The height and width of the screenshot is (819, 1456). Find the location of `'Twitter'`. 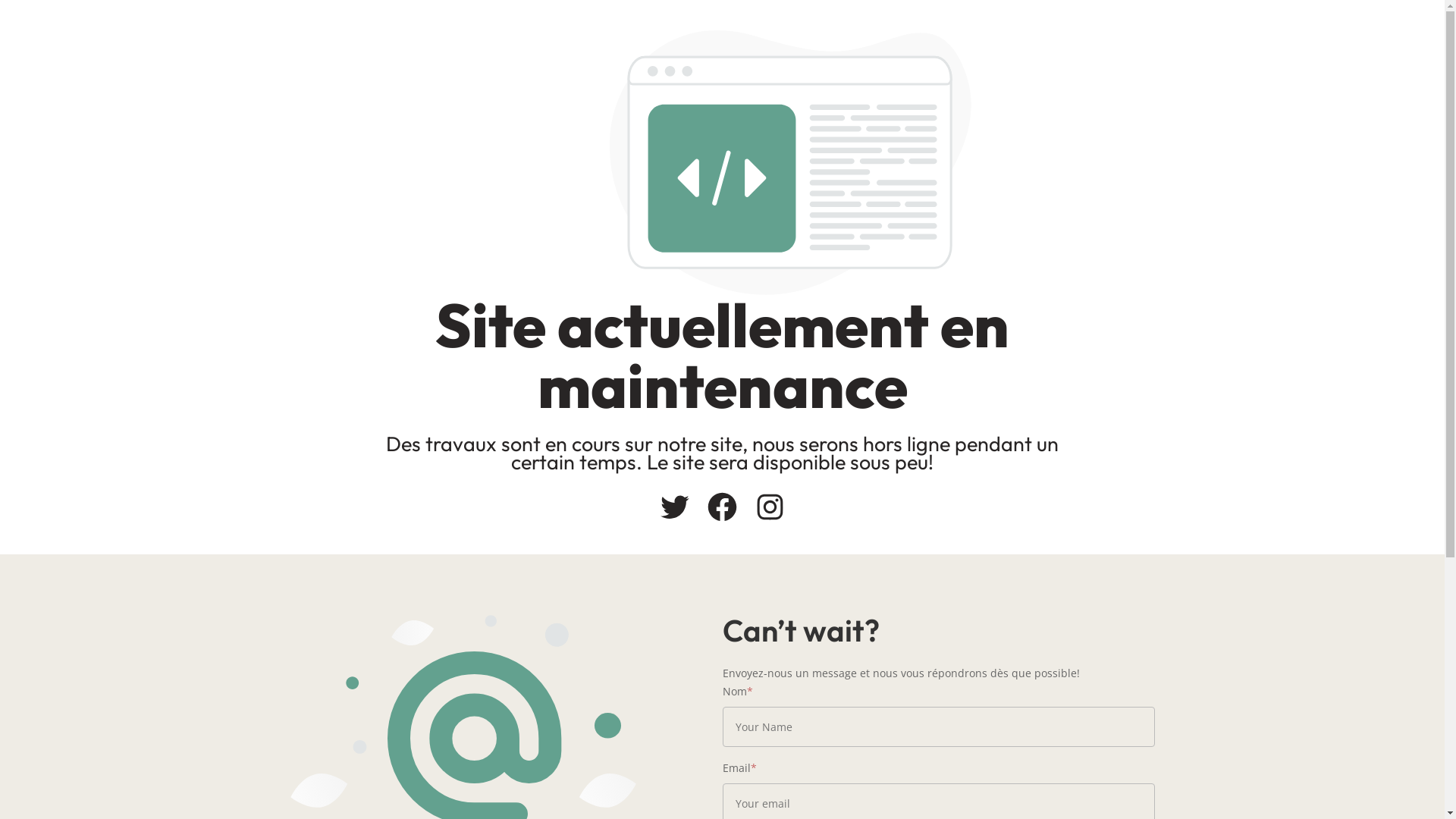

'Twitter' is located at coordinates (657, 507).